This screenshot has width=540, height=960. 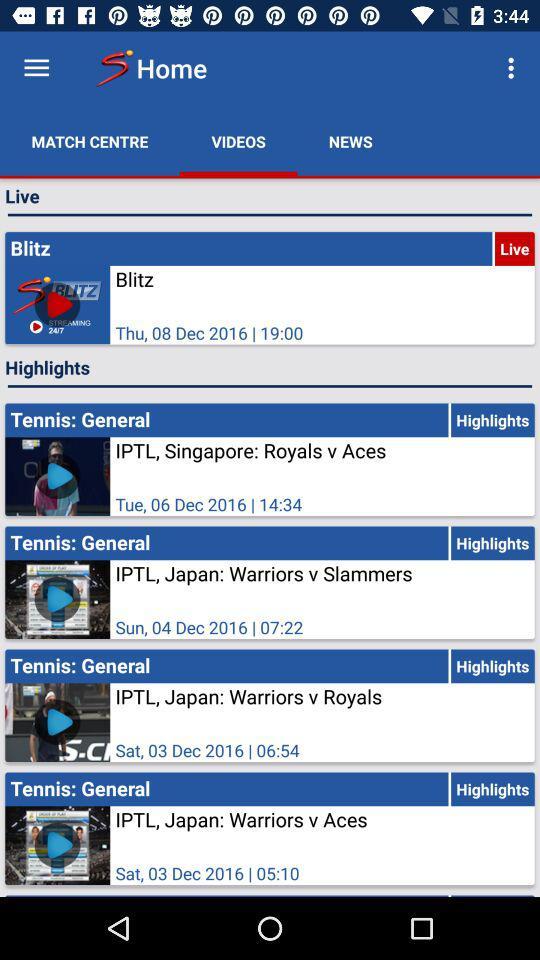 I want to click on the app to the right of the news item, so click(x=513, y=68).